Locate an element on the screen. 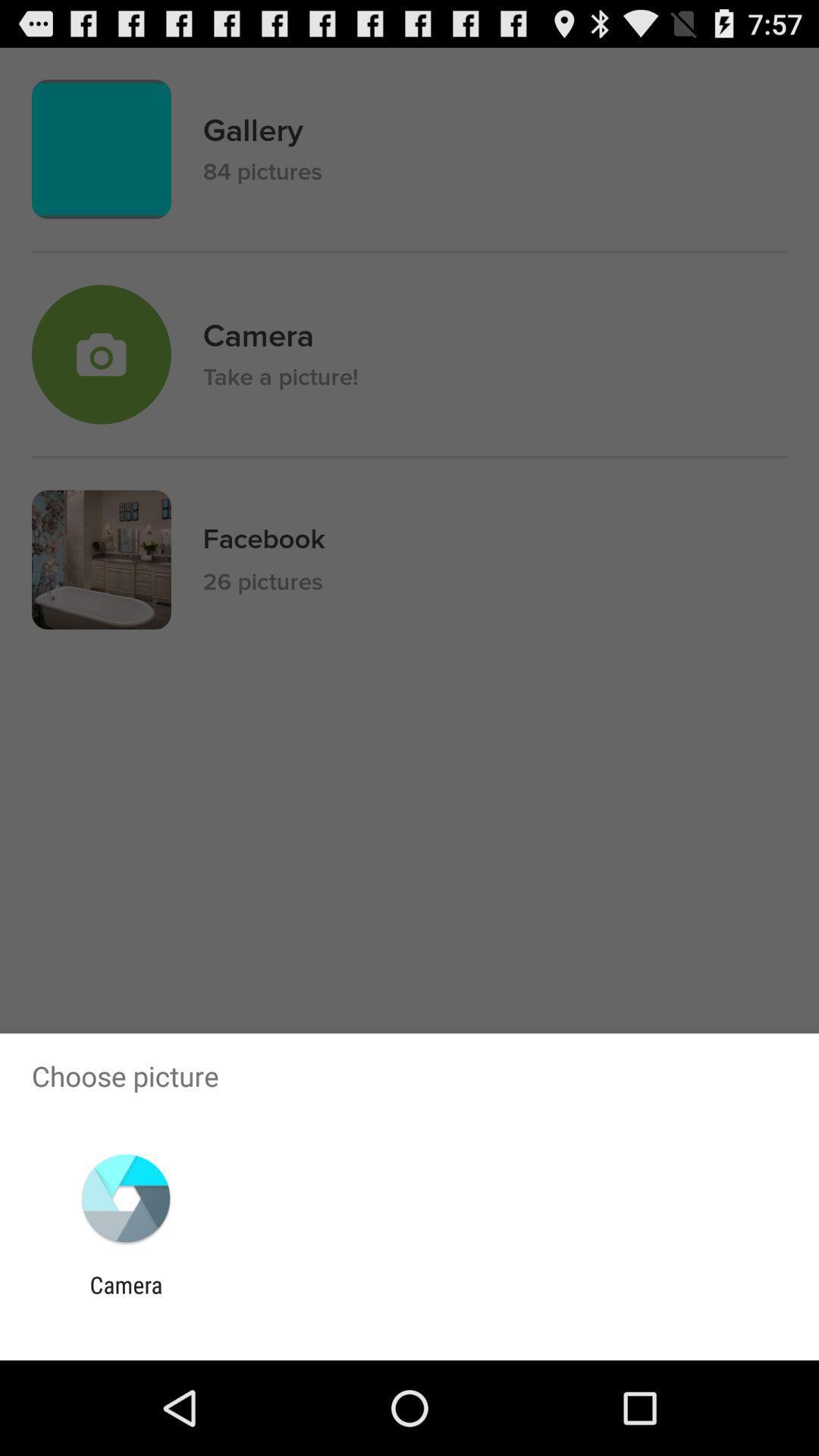  the camera icon is located at coordinates (125, 1298).